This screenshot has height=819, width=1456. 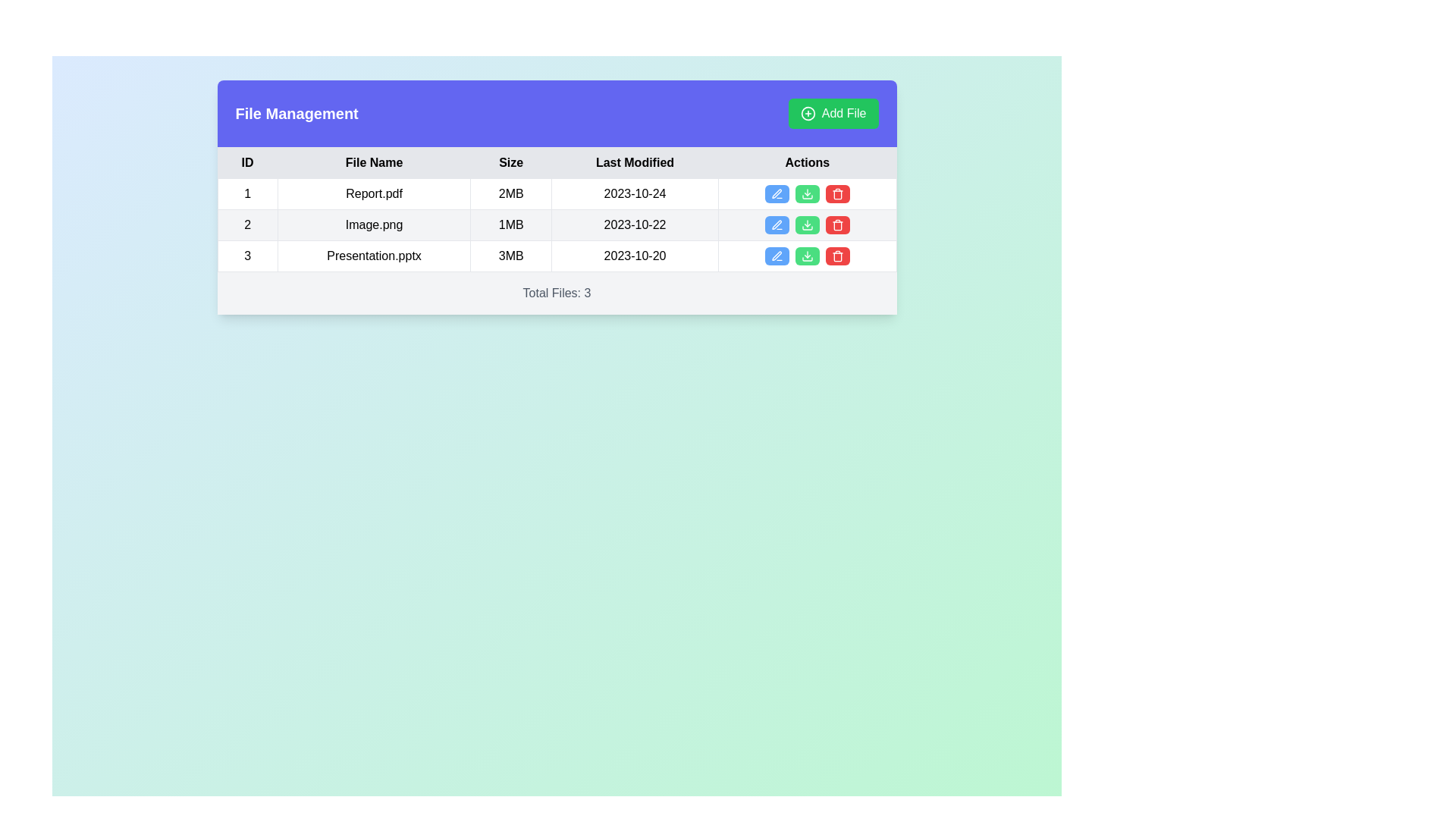 What do you see at coordinates (836, 256) in the screenshot?
I see `the Delete button with icon located in the 'Actions' column of the table, in the third row for the 'Presentation.pptx' file` at bounding box center [836, 256].